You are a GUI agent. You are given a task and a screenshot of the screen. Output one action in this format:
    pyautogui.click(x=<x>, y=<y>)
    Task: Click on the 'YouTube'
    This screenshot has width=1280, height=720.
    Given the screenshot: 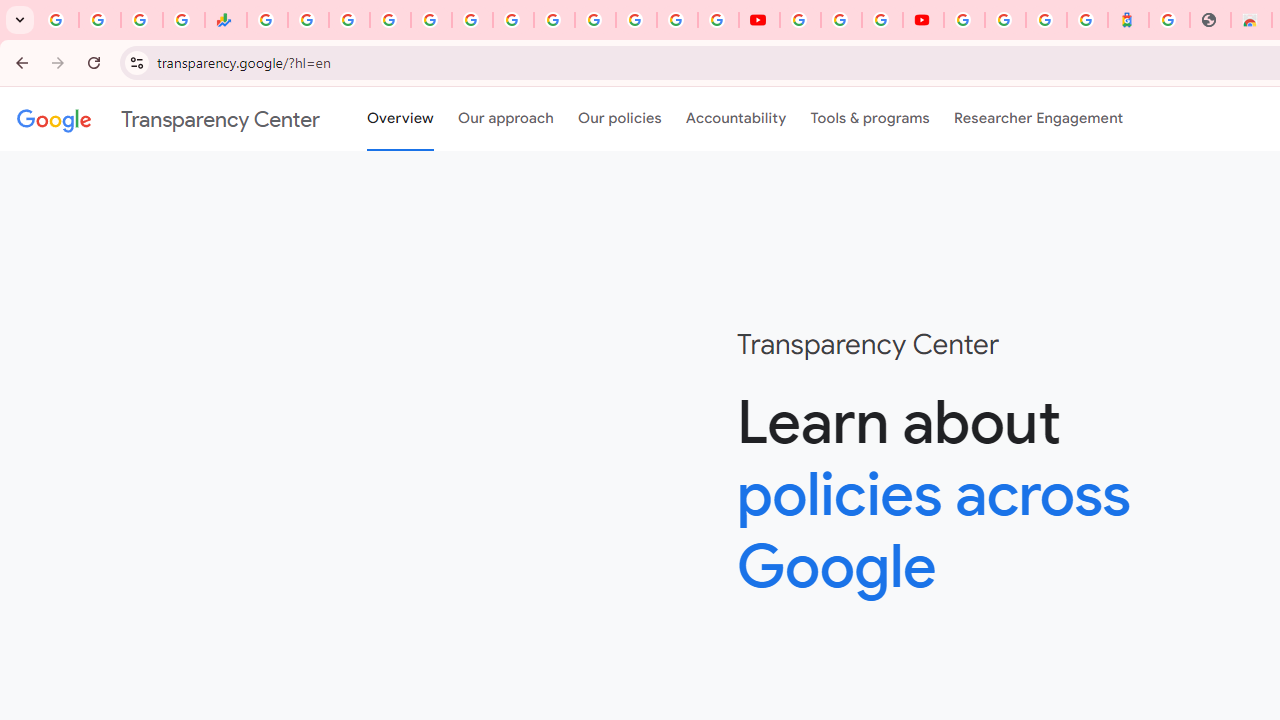 What is the action you would take?
    pyautogui.click(x=800, y=20)
    